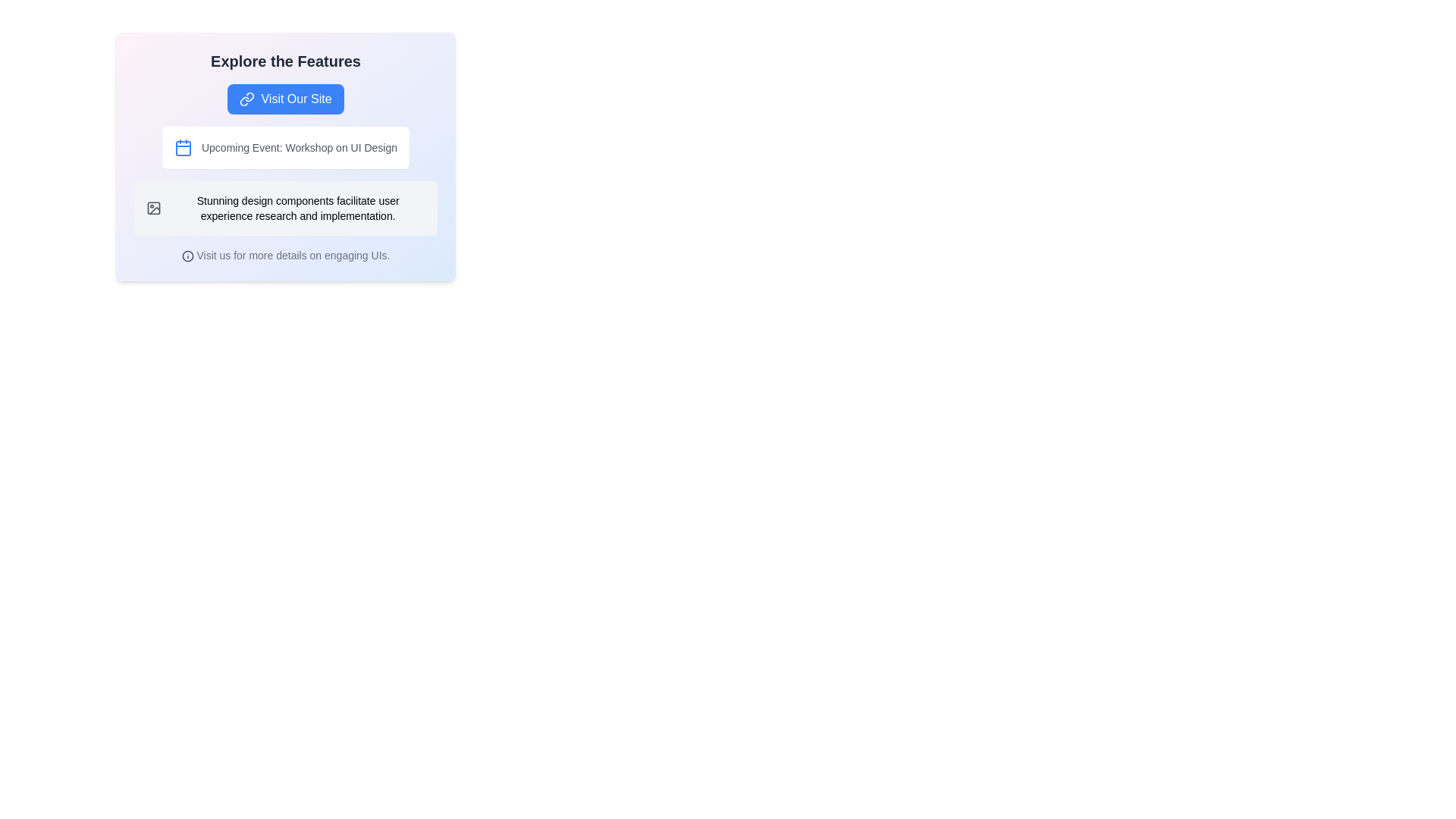 The image size is (1456, 819). I want to click on the heading that displays 'Explore the Features' in bold, large dark gray text, located at the top of a light-colored gradient card layout, so click(286, 61).